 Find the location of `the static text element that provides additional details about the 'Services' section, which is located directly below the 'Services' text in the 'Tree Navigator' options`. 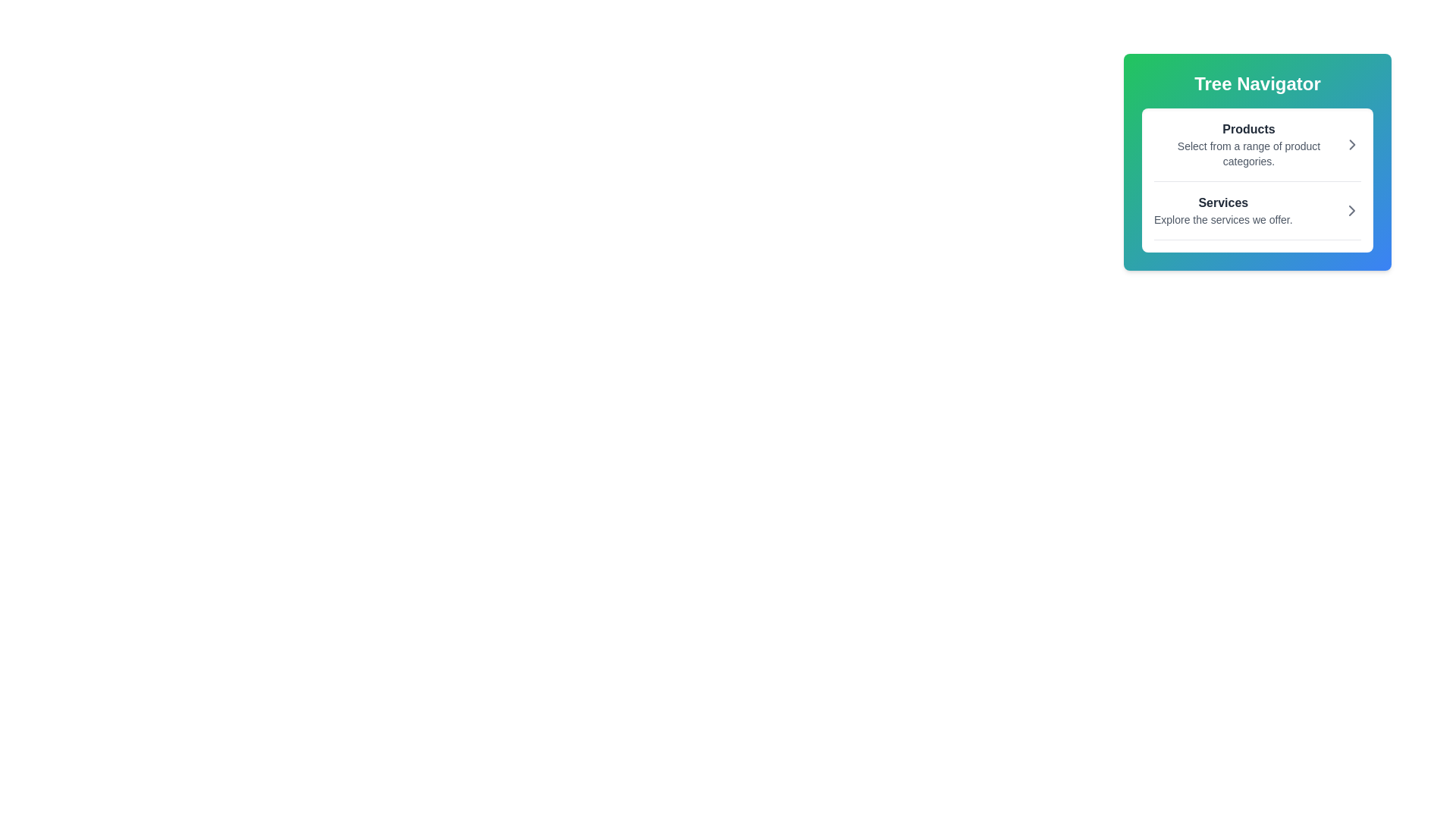

the static text element that provides additional details about the 'Services' section, which is located directly below the 'Services' text in the 'Tree Navigator' options is located at coordinates (1223, 219).